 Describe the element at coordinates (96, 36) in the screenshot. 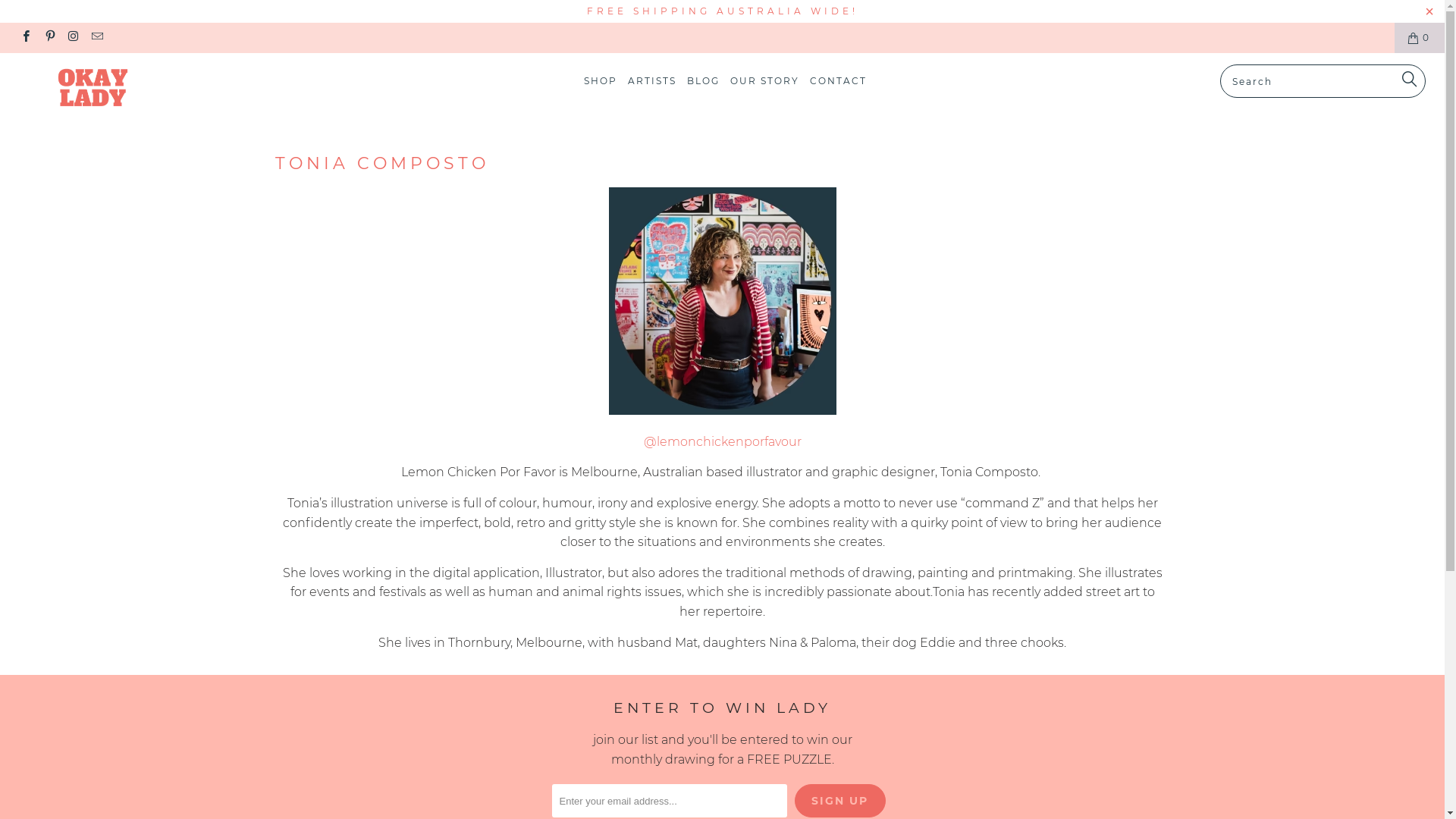

I see `'Email Okay Lady'` at that location.